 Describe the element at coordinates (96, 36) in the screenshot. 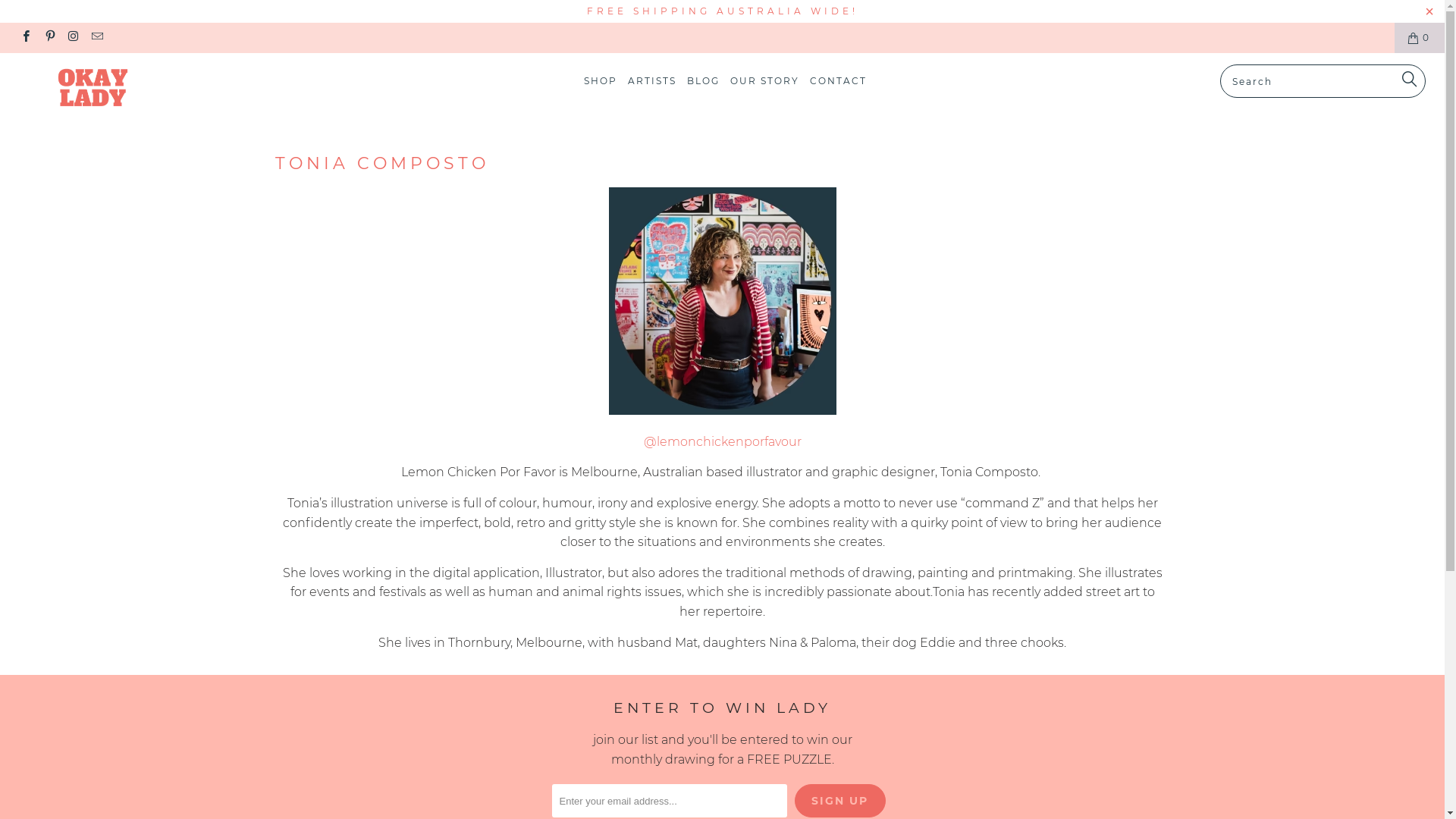

I see `'Email Okay Lady'` at that location.